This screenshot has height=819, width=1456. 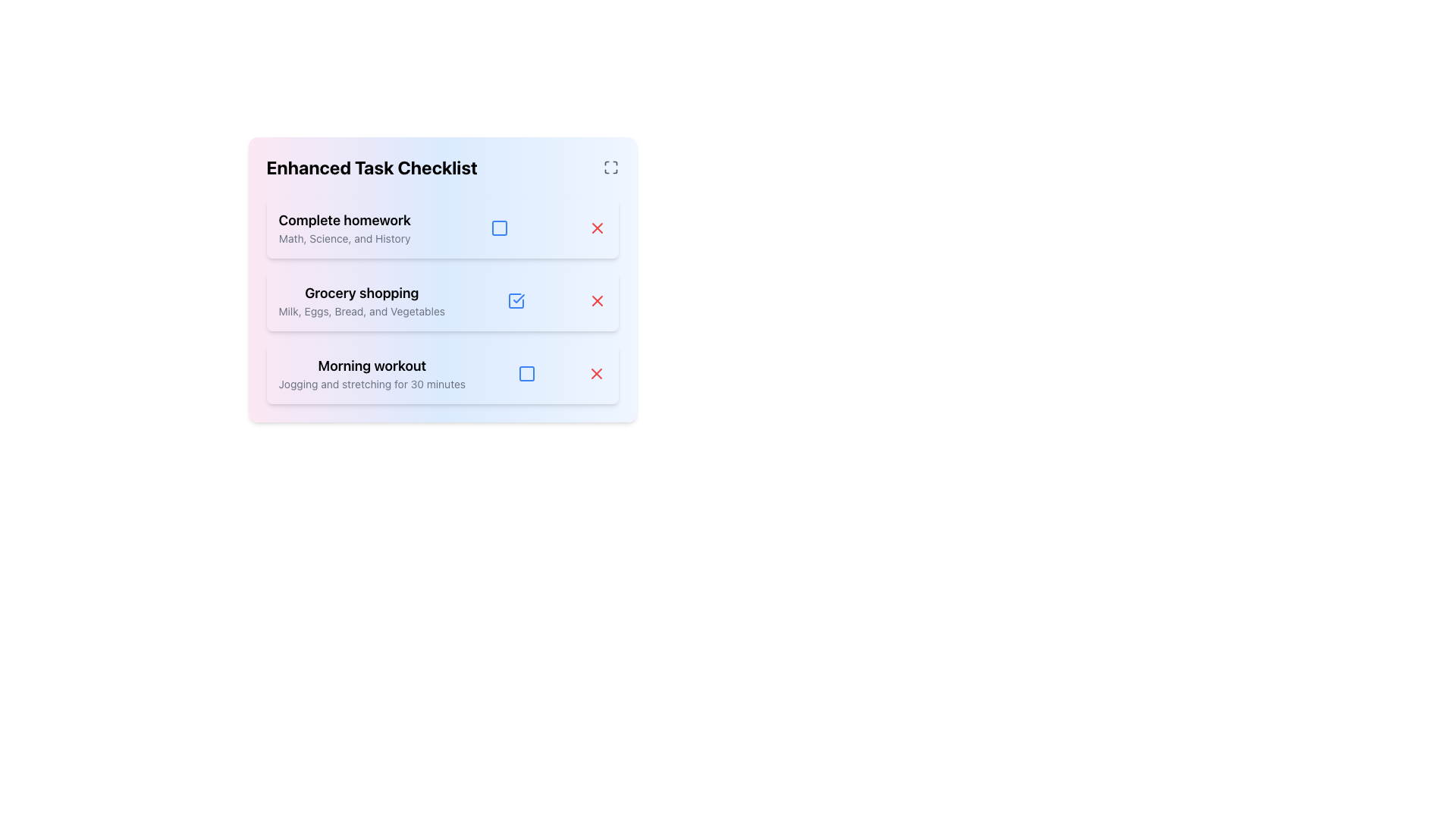 What do you see at coordinates (596, 227) in the screenshot?
I see `the delete icon button located on the far right of the 'Complete homework' checklist item` at bounding box center [596, 227].